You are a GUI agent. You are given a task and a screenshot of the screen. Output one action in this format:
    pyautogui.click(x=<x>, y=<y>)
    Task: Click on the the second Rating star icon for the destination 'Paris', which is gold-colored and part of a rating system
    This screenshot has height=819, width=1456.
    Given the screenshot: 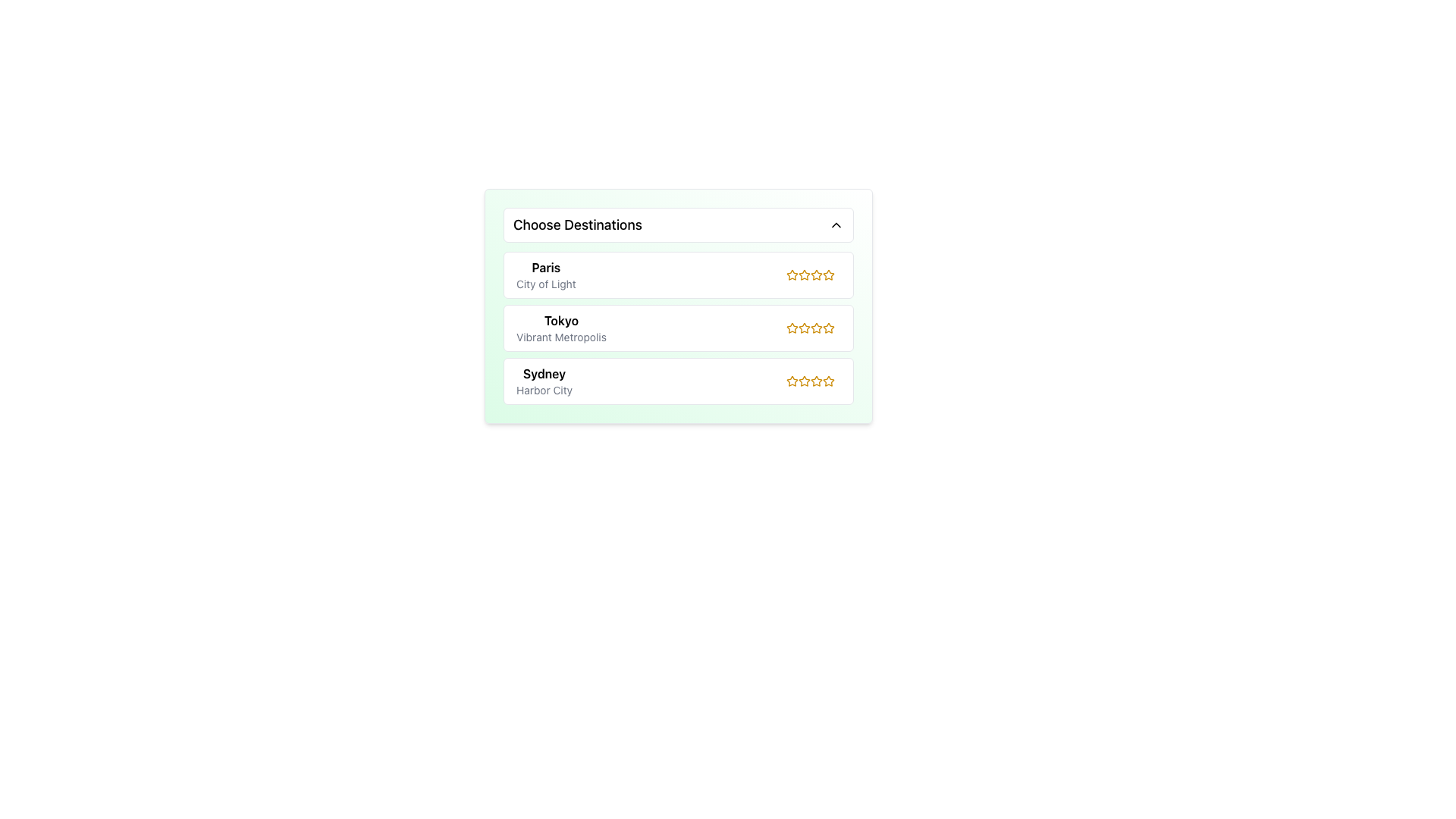 What is the action you would take?
    pyautogui.click(x=815, y=275)
    